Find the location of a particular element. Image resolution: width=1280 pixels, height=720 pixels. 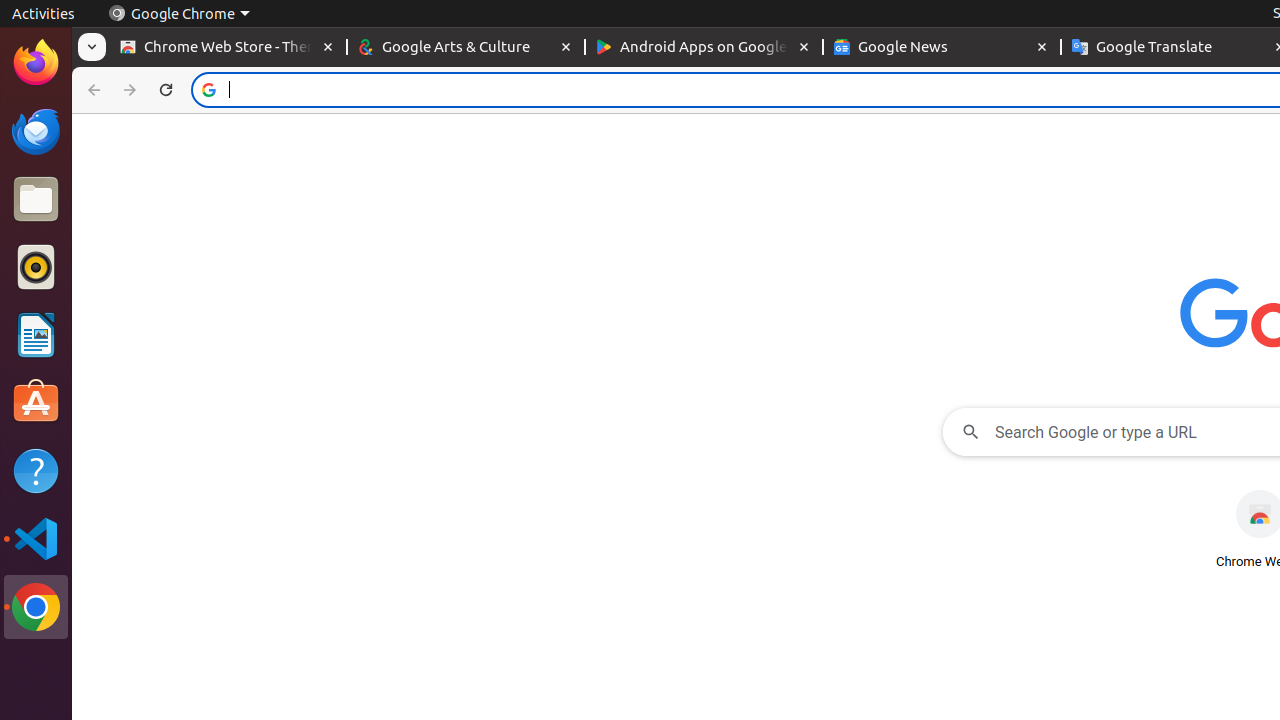

'Google Chrome' is located at coordinates (178, 13).